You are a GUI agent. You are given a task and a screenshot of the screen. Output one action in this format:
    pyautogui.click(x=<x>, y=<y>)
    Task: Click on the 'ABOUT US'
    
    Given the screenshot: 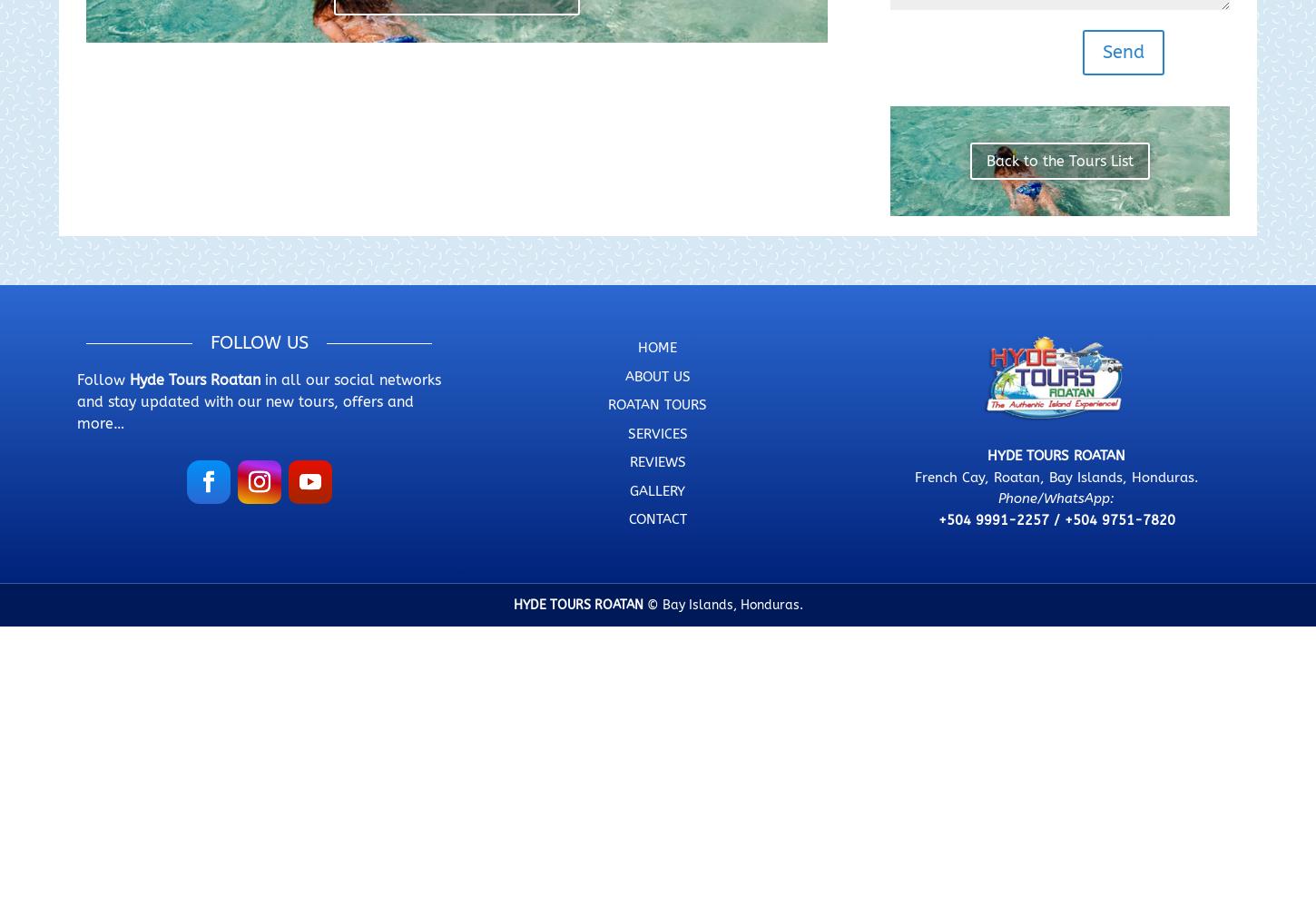 What is the action you would take?
    pyautogui.click(x=655, y=376)
    